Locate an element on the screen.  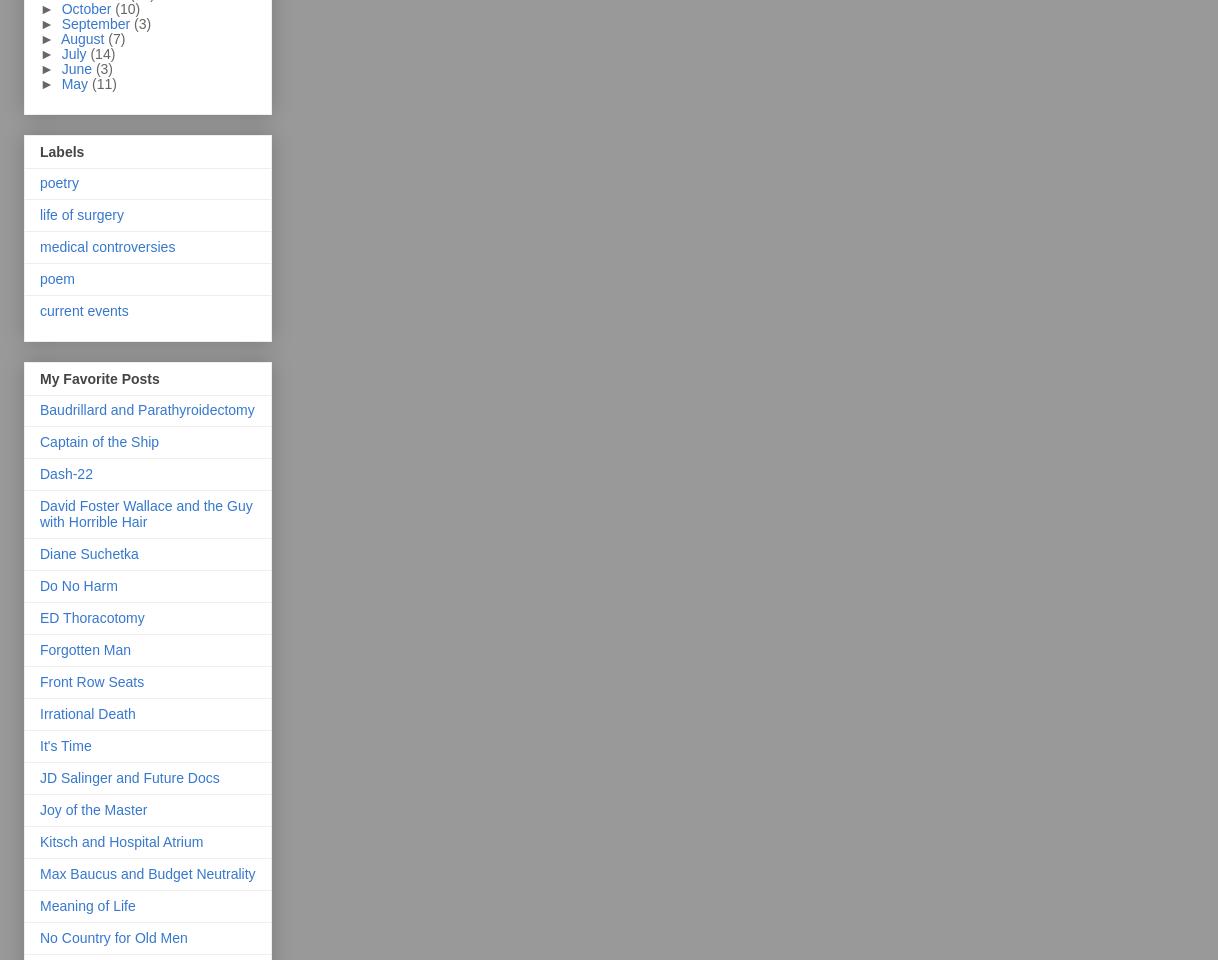
'poem' is located at coordinates (56, 277).